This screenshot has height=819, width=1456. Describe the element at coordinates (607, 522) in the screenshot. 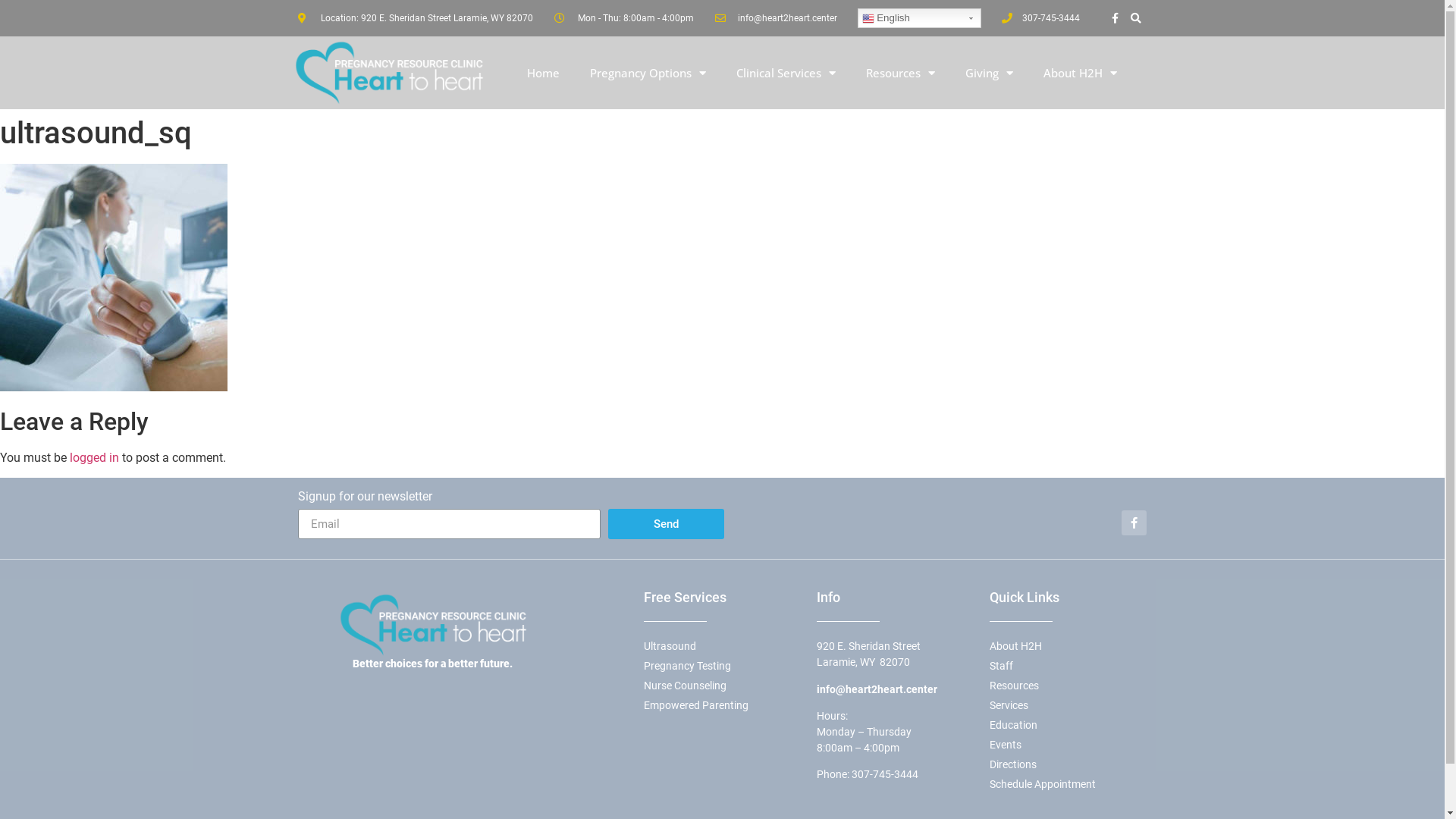

I see `'Send'` at that location.